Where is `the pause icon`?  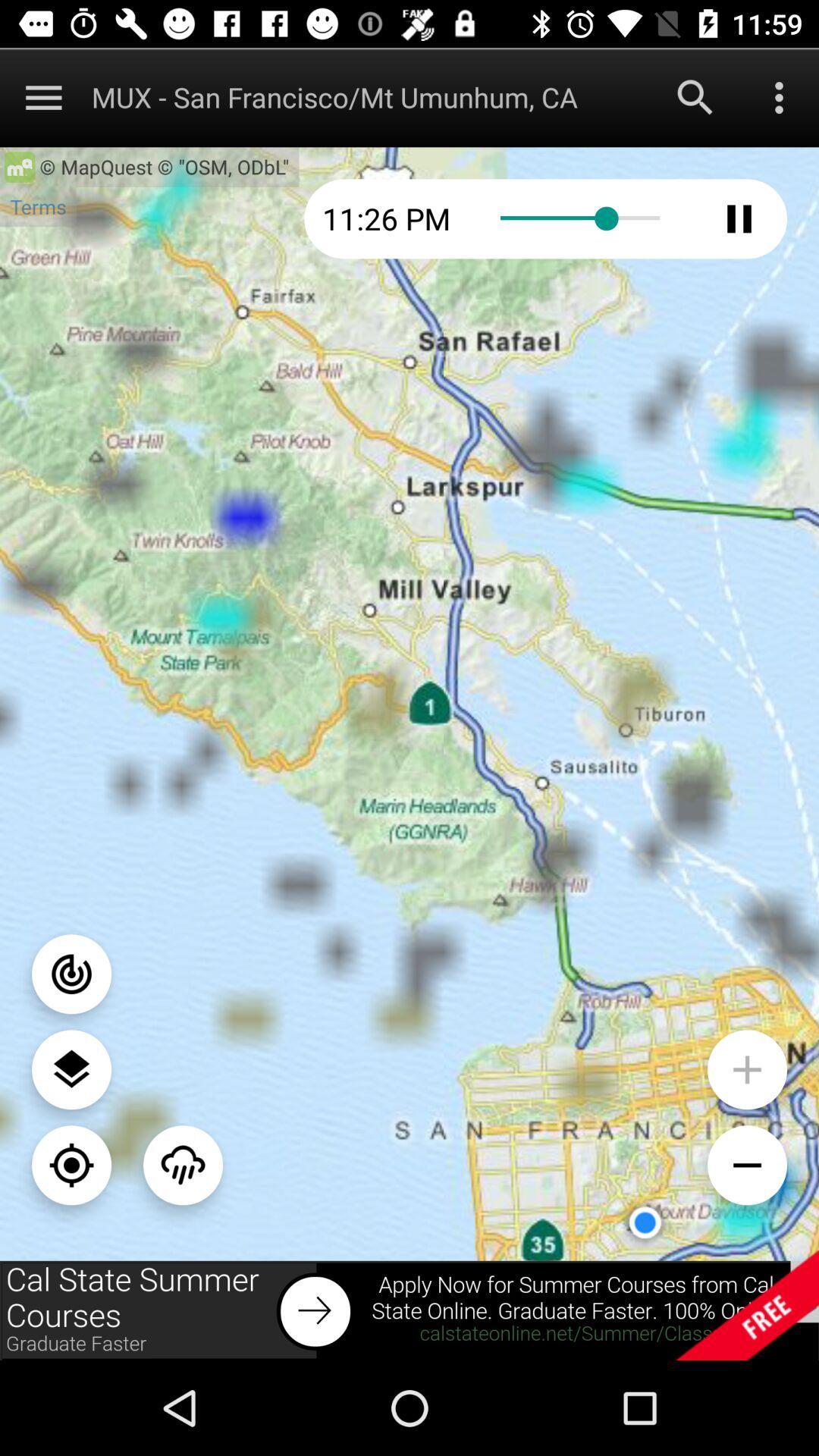 the pause icon is located at coordinates (739, 218).